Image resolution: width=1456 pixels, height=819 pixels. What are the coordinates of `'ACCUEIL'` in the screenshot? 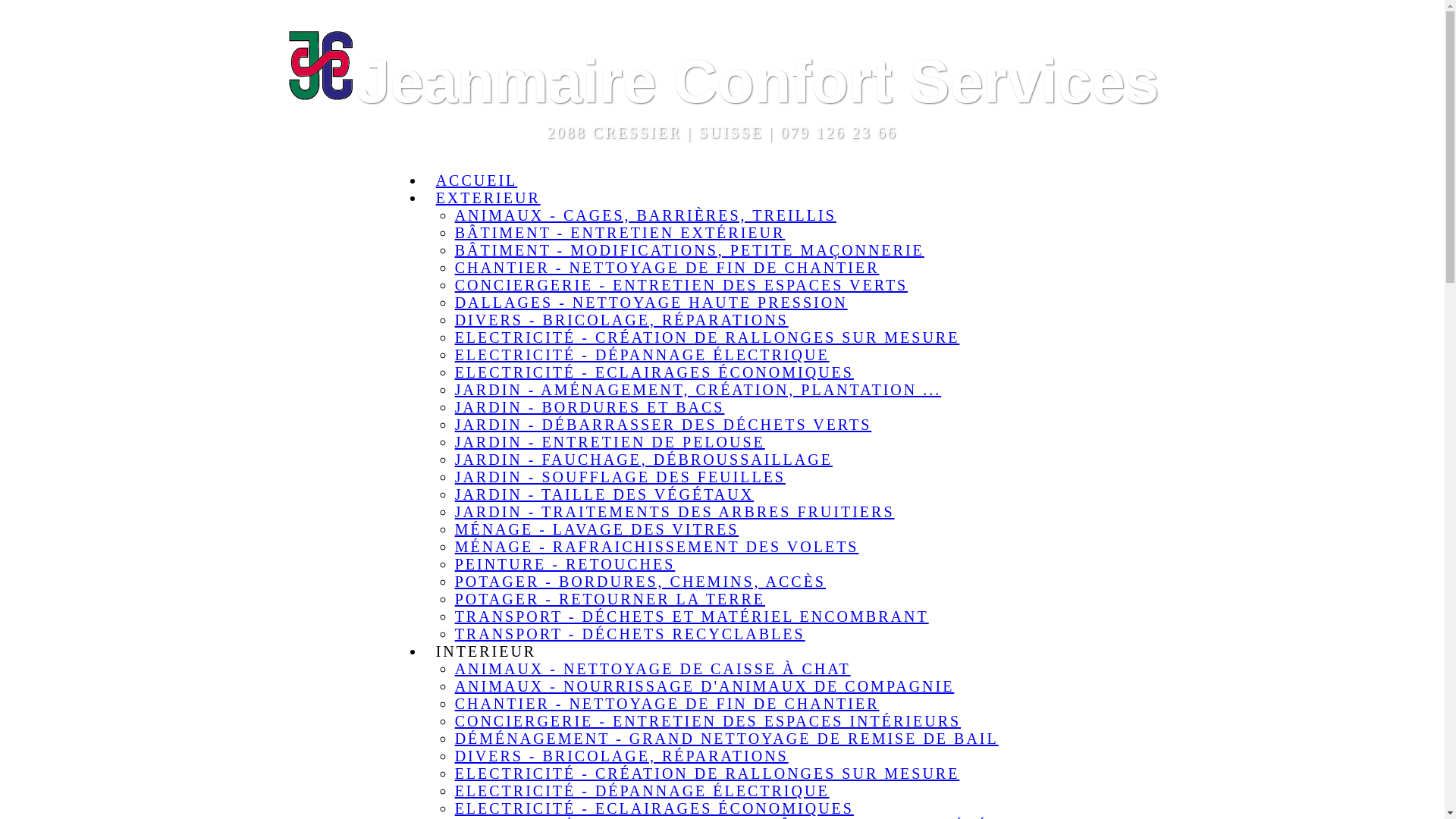 It's located at (475, 180).